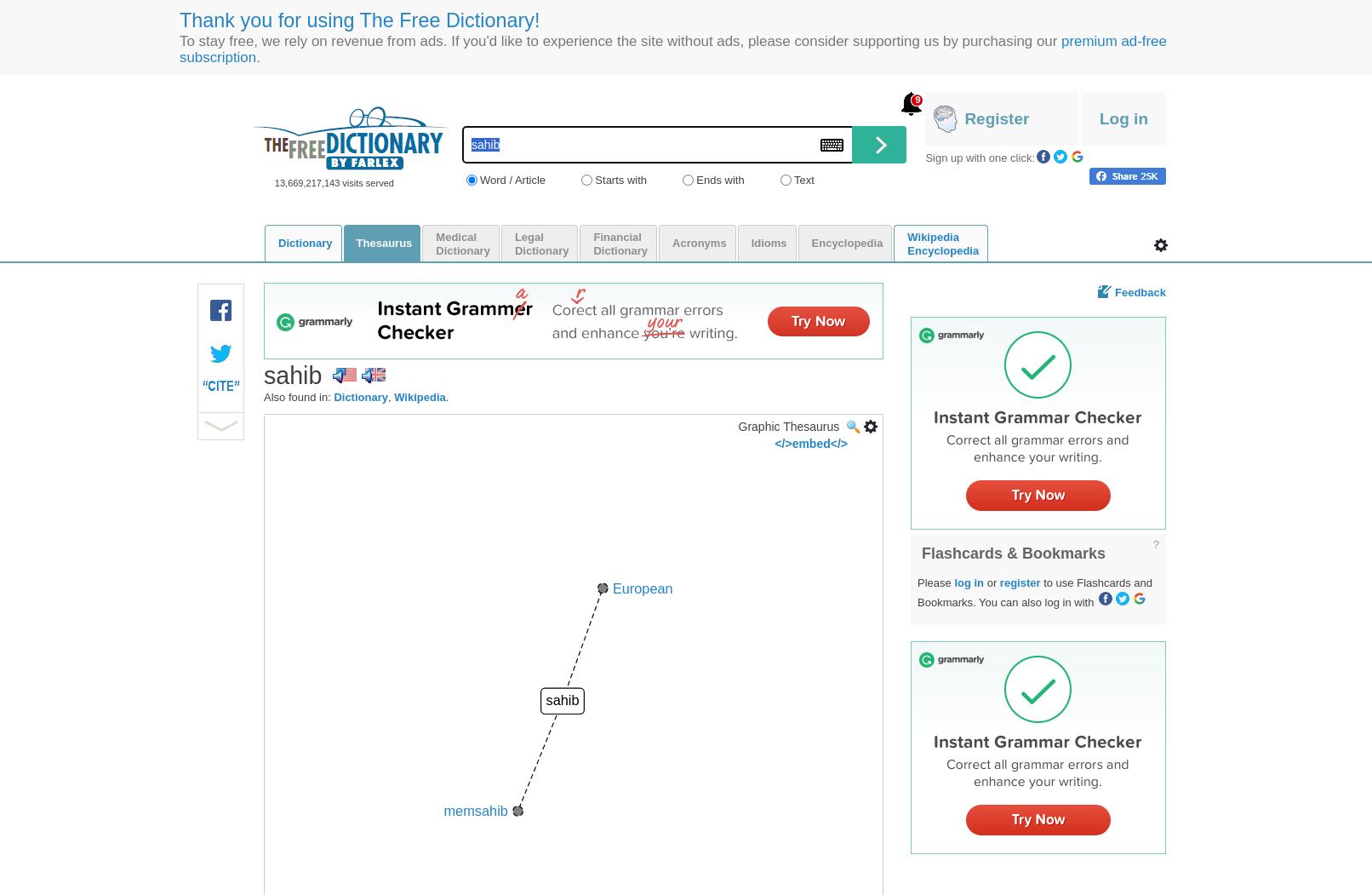  Describe the element at coordinates (917, 99) in the screenshot. I see `'9'` at that location.